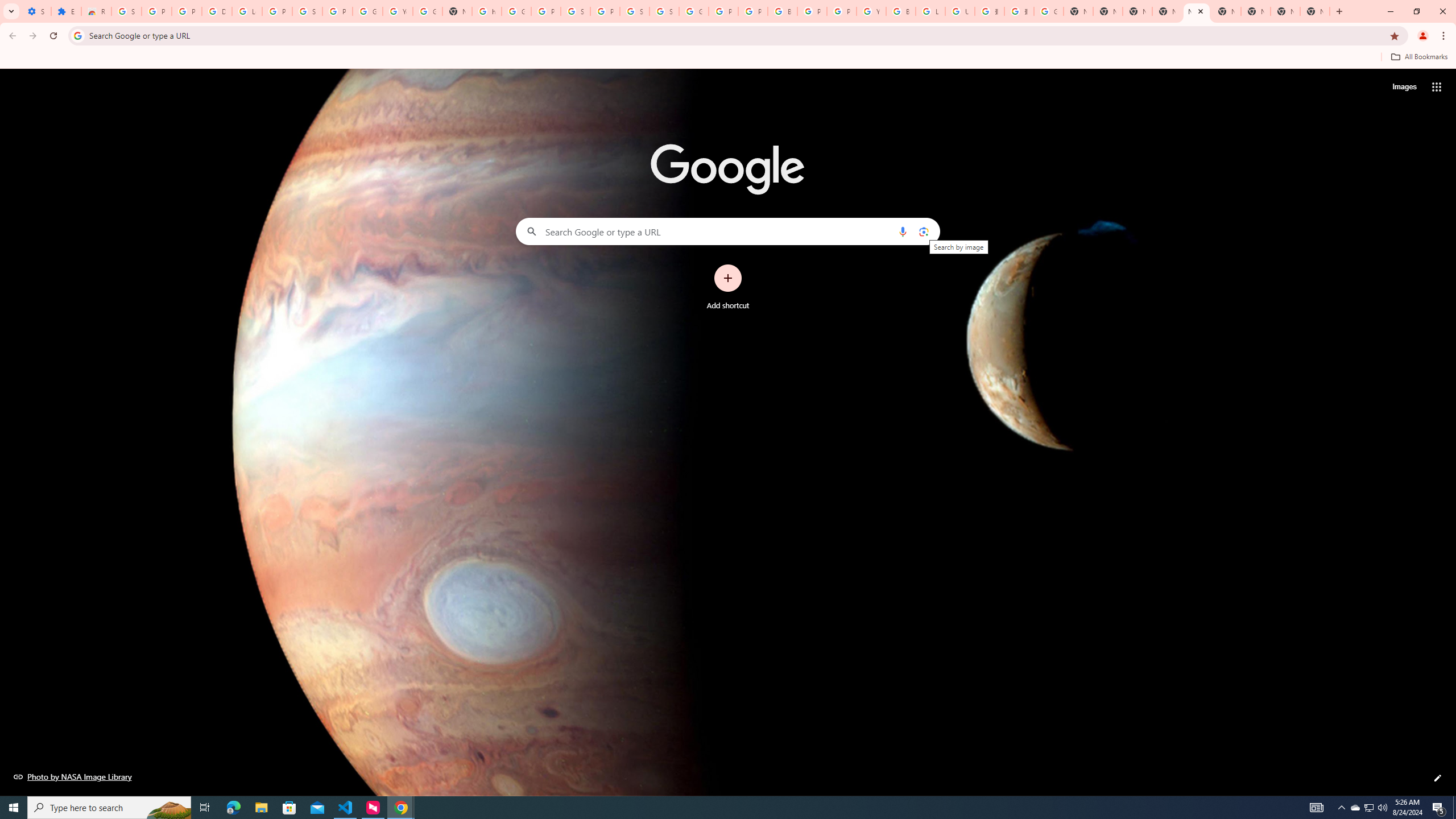 This screenshot has width=1456, height=819. I want to click on 'All Bookmarks', so click(1418, 56).